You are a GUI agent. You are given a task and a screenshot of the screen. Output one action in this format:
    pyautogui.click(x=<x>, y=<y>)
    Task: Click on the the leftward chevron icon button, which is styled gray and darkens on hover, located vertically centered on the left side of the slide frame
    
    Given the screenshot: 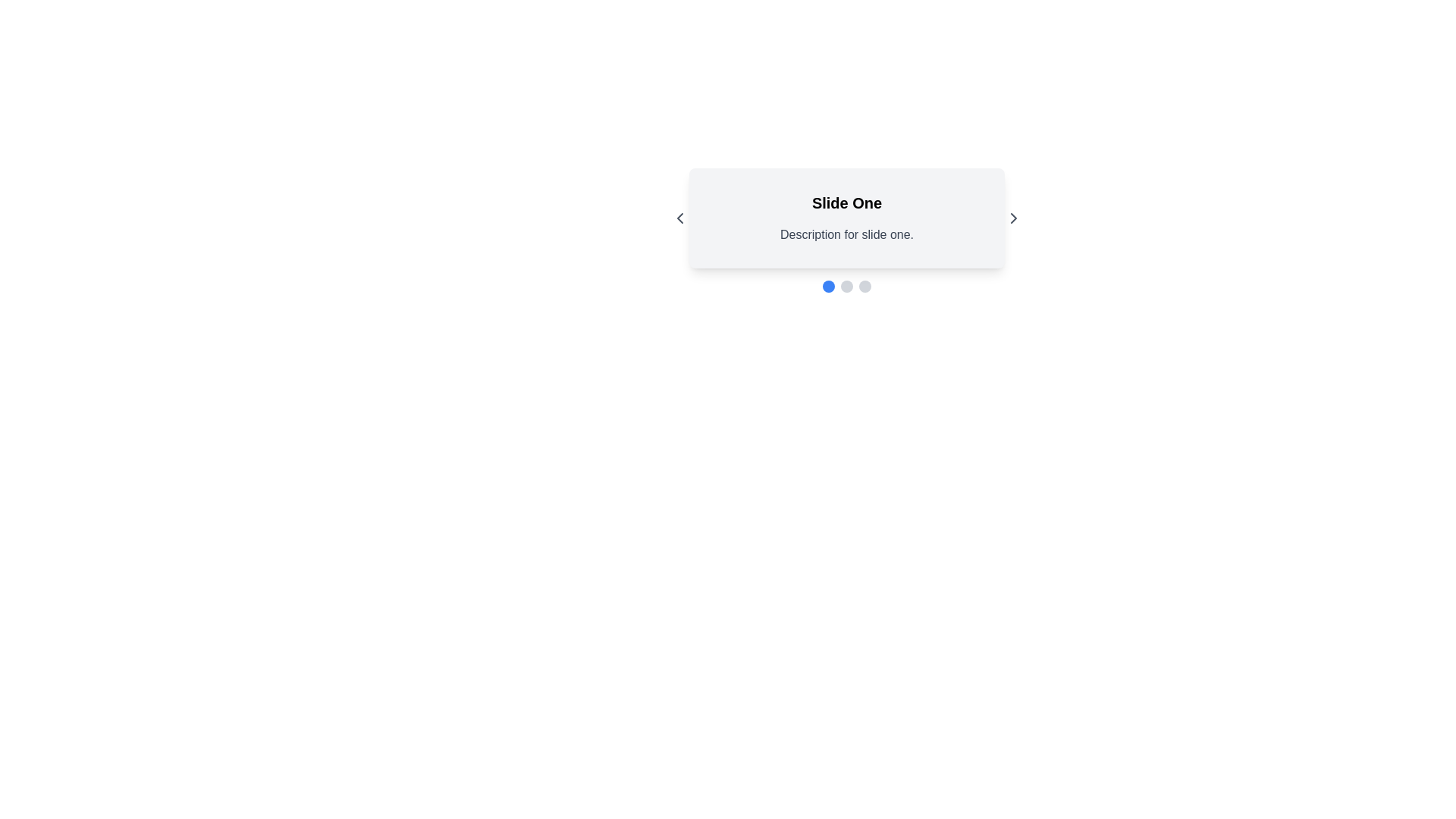 What is the action you would take?
    pyautogui.click(x=679, y=218)
    